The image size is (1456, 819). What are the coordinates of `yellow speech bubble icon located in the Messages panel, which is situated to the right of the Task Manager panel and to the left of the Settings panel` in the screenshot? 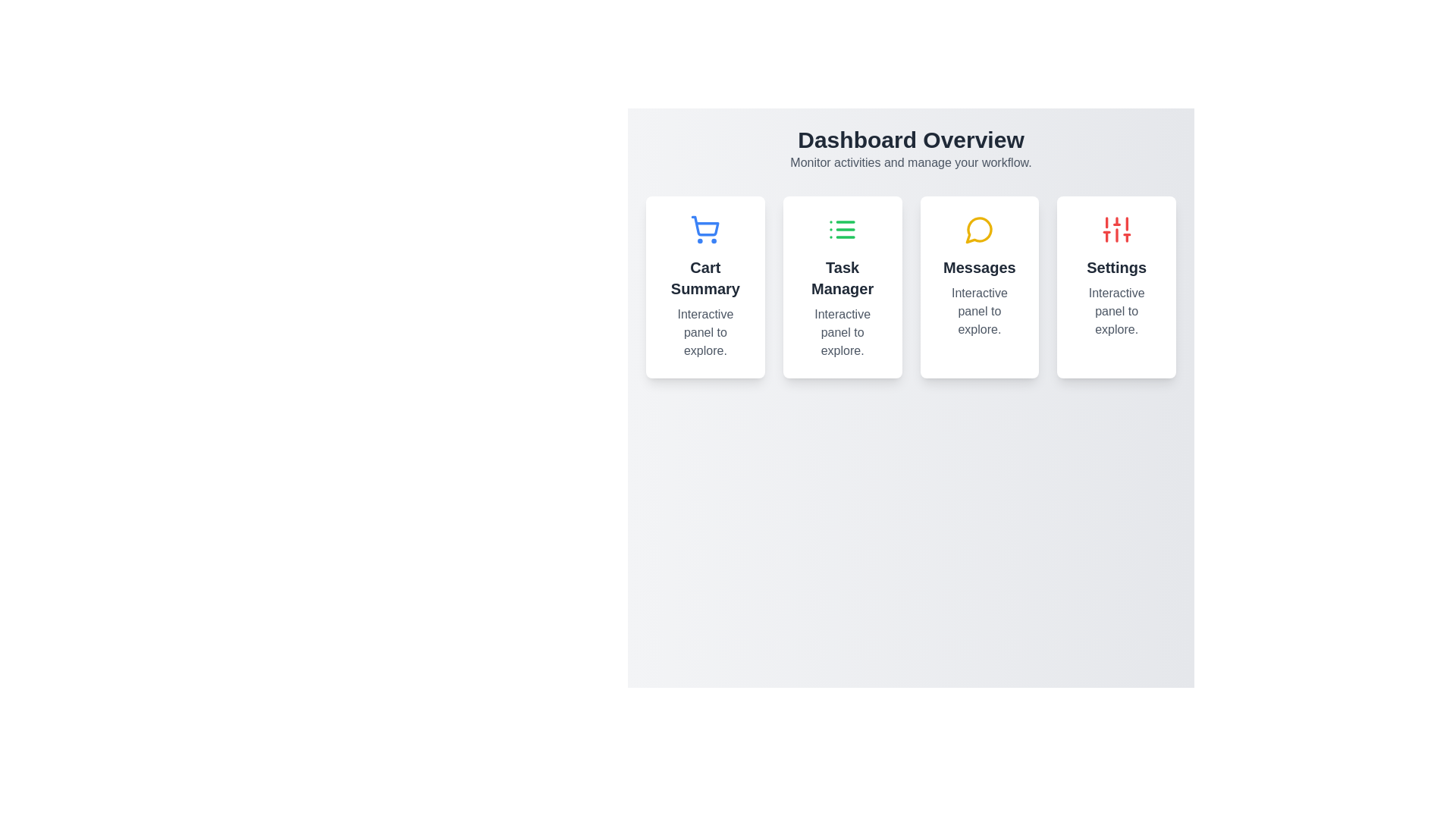 It's located at (979, 230).